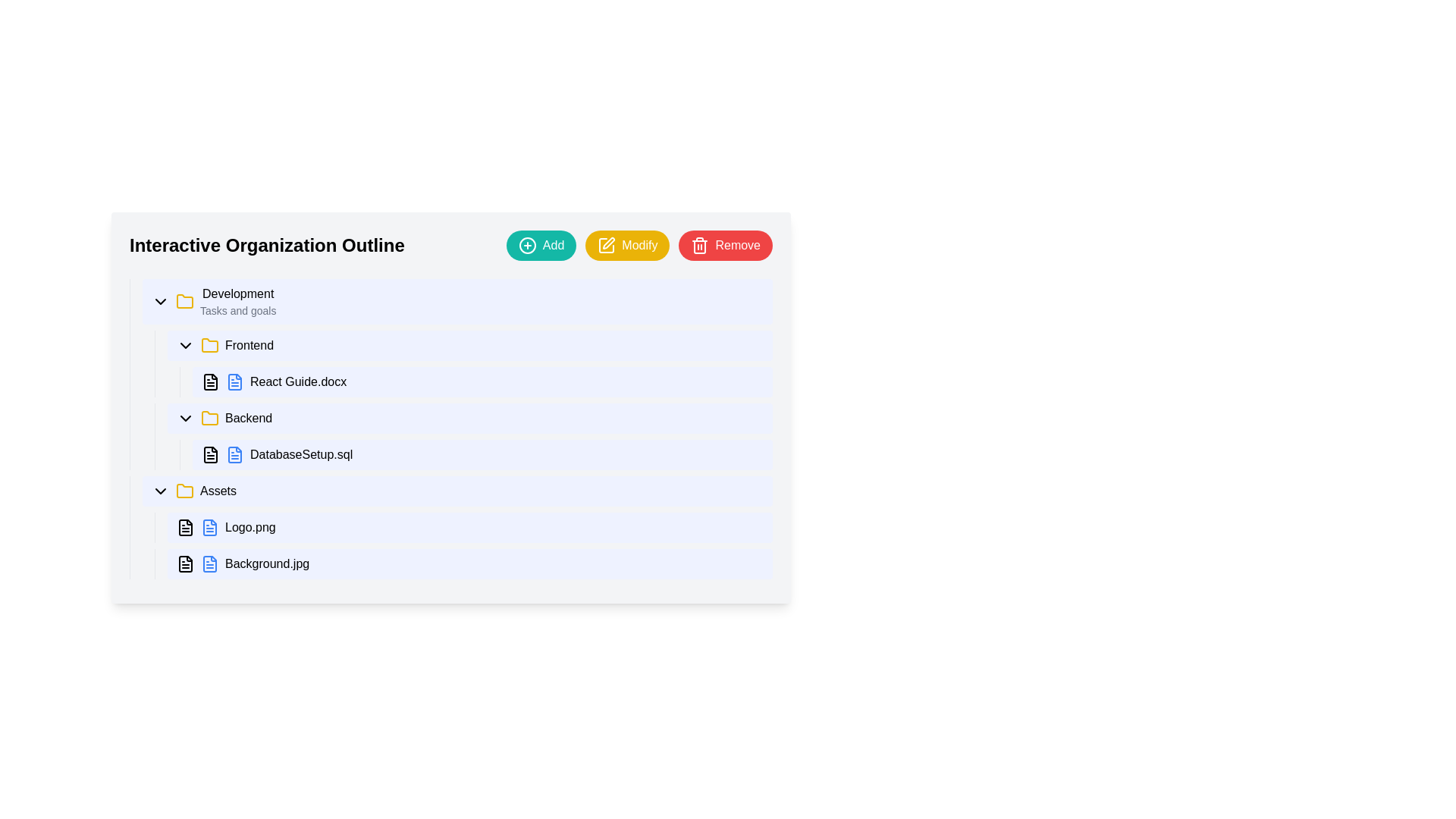  Describe the element at coordinates (184, 418) in the screenshot. I see `the downward-pointing chevron icon, which is an SVG graphic located to the left of the 'Backend' label in the 'Development' section` at that location.